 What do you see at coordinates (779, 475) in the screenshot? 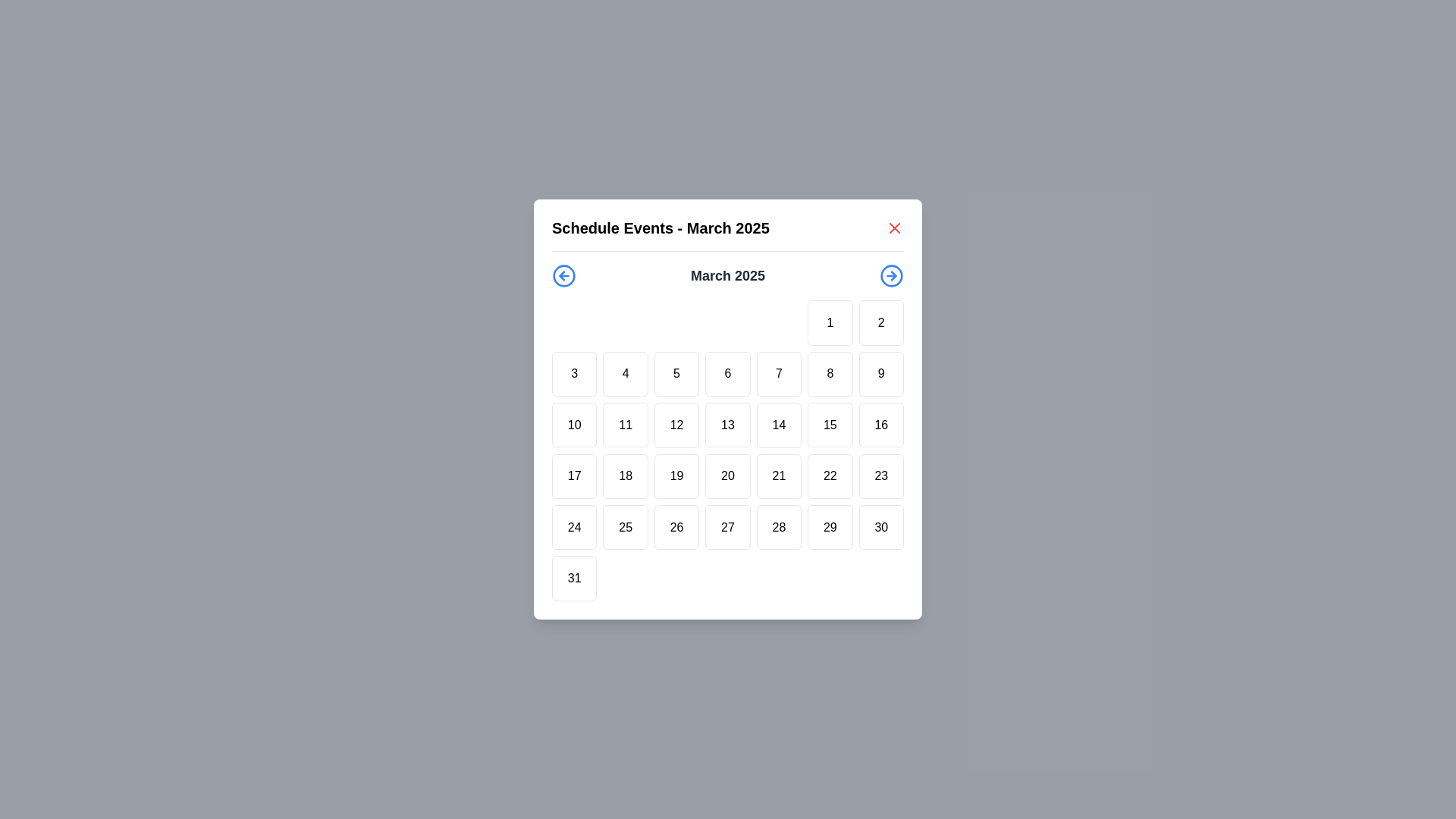
I see `the square-shaped button with a white background and the text '21' in the center` at bounding box center [779, 475].